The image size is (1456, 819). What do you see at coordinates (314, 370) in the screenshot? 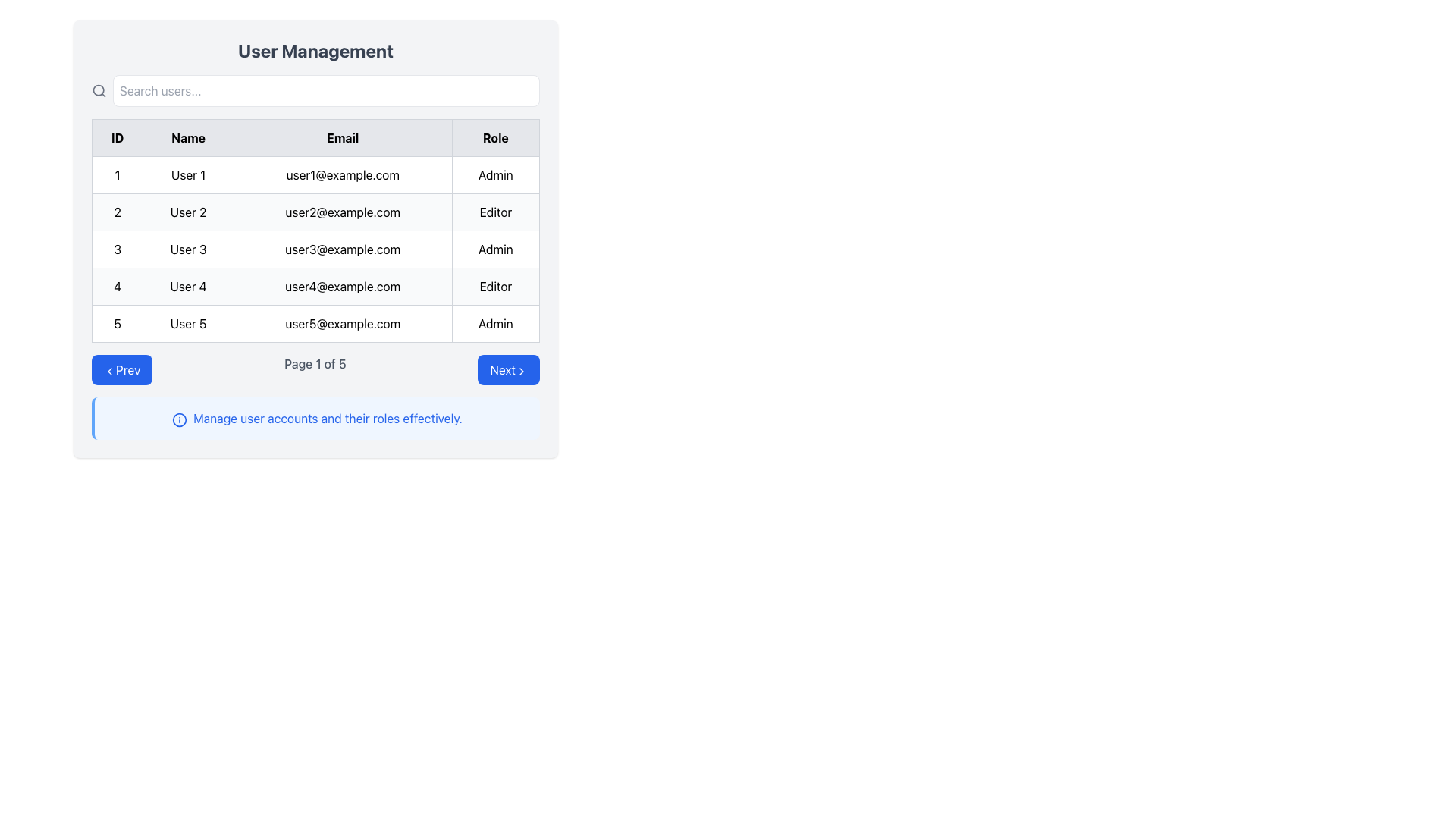
I see `the Text Label that displays the current page number and total pages in the pagination context, located centrally between the 'Prev' and 'Next' buttons` at bounding box center [314, 370].